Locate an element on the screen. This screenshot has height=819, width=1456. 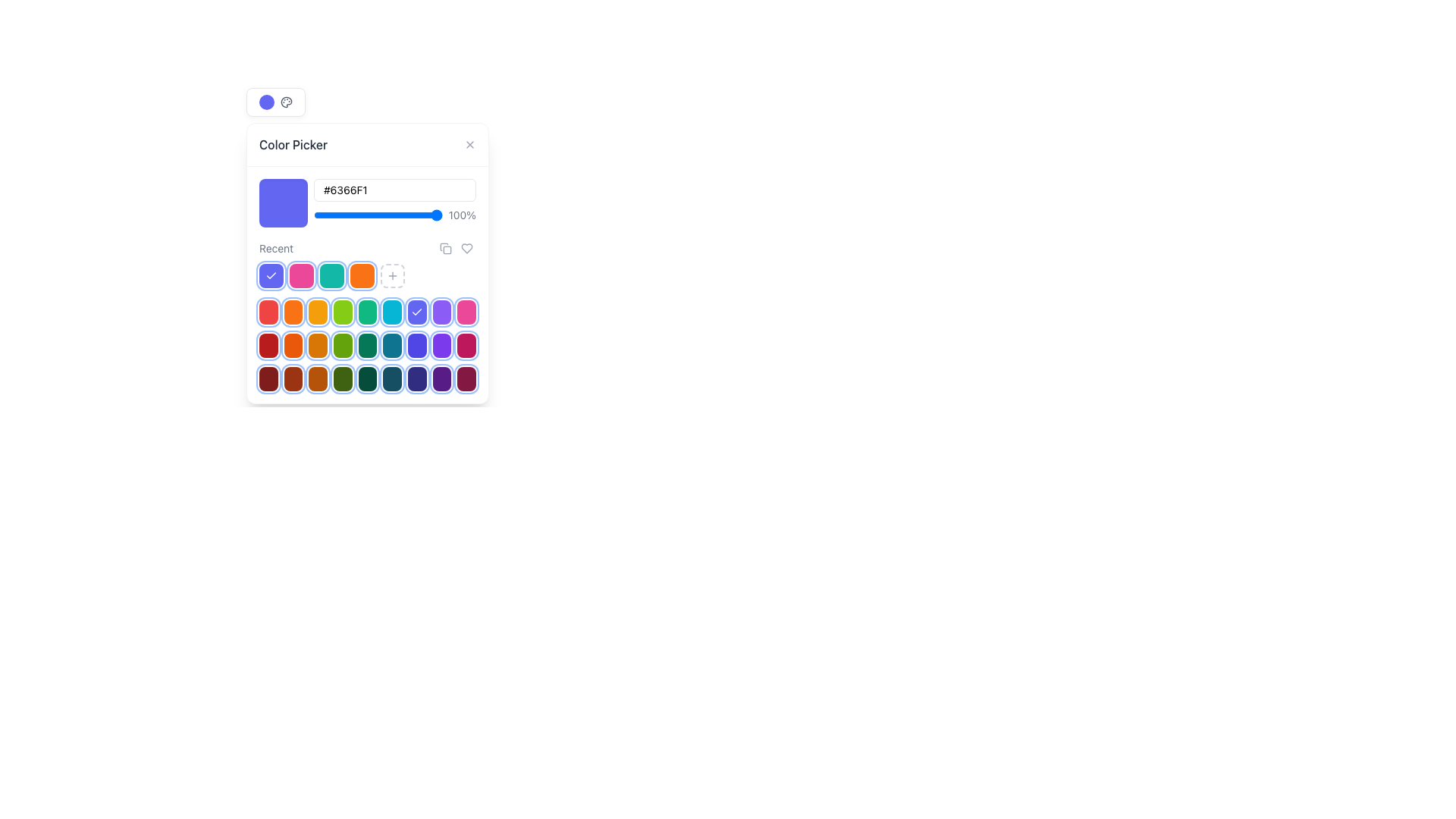
the vibrant pink color button located at the bottom-right of the color picker interface to potentially open a context menu is located at coordinates (466, 345).